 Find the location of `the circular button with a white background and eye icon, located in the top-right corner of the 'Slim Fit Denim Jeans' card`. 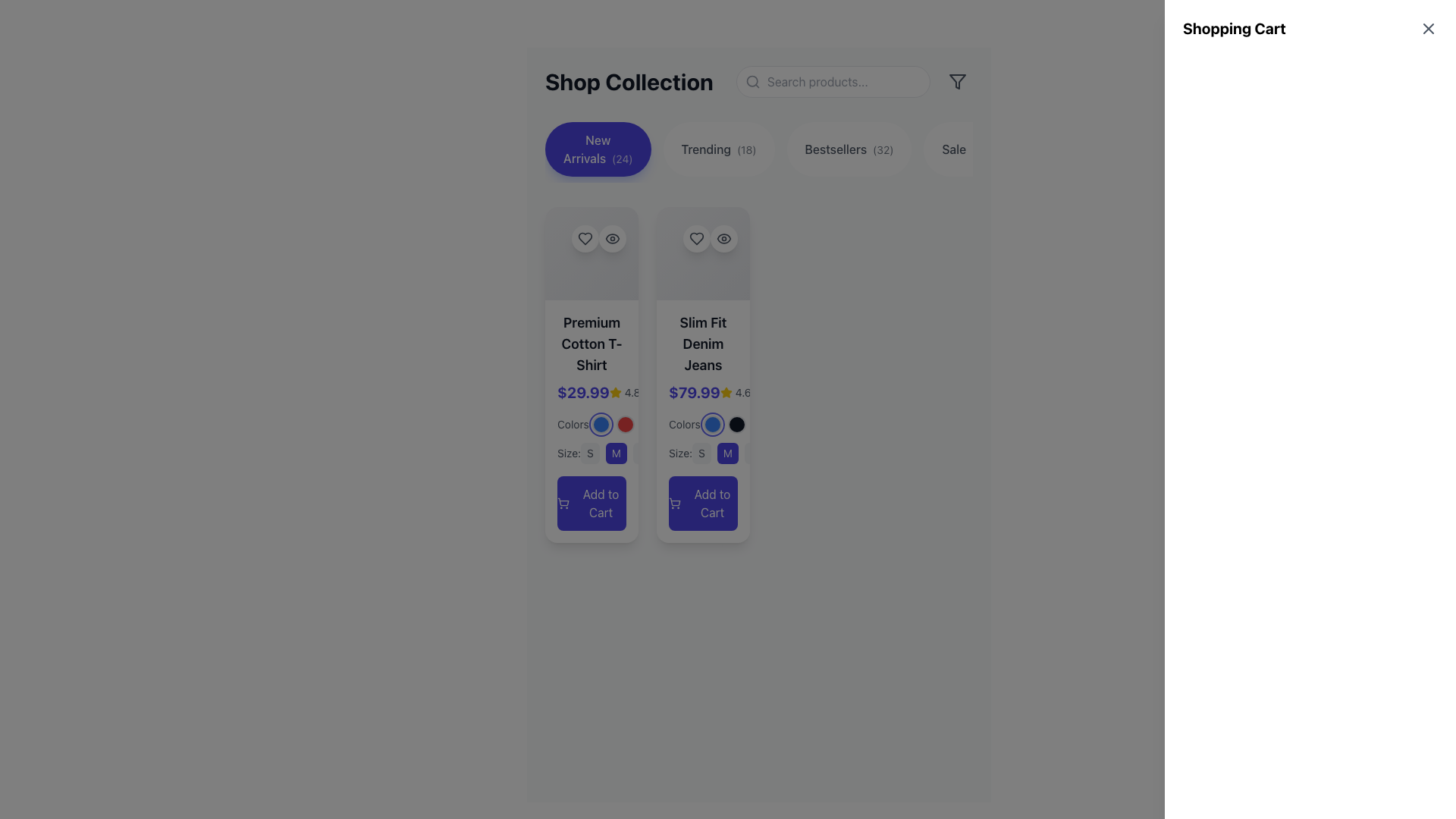

the circular button with a white background and eye icon, located in the top-right corner of the 'Slim Fit Denim Jeans' card is located at coordinates (723, 239).